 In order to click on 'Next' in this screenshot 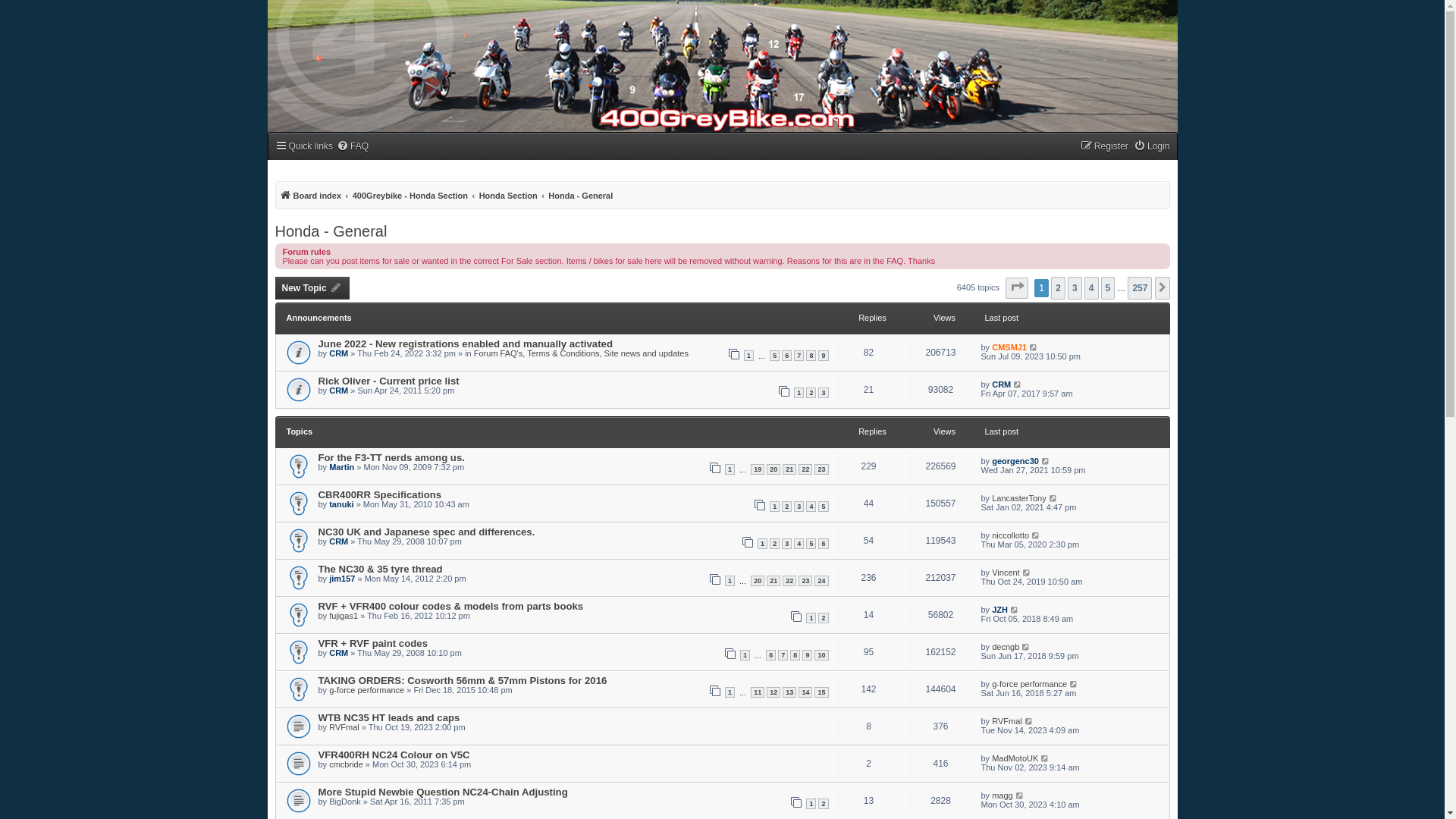, I will do `click(1153, 288)`.